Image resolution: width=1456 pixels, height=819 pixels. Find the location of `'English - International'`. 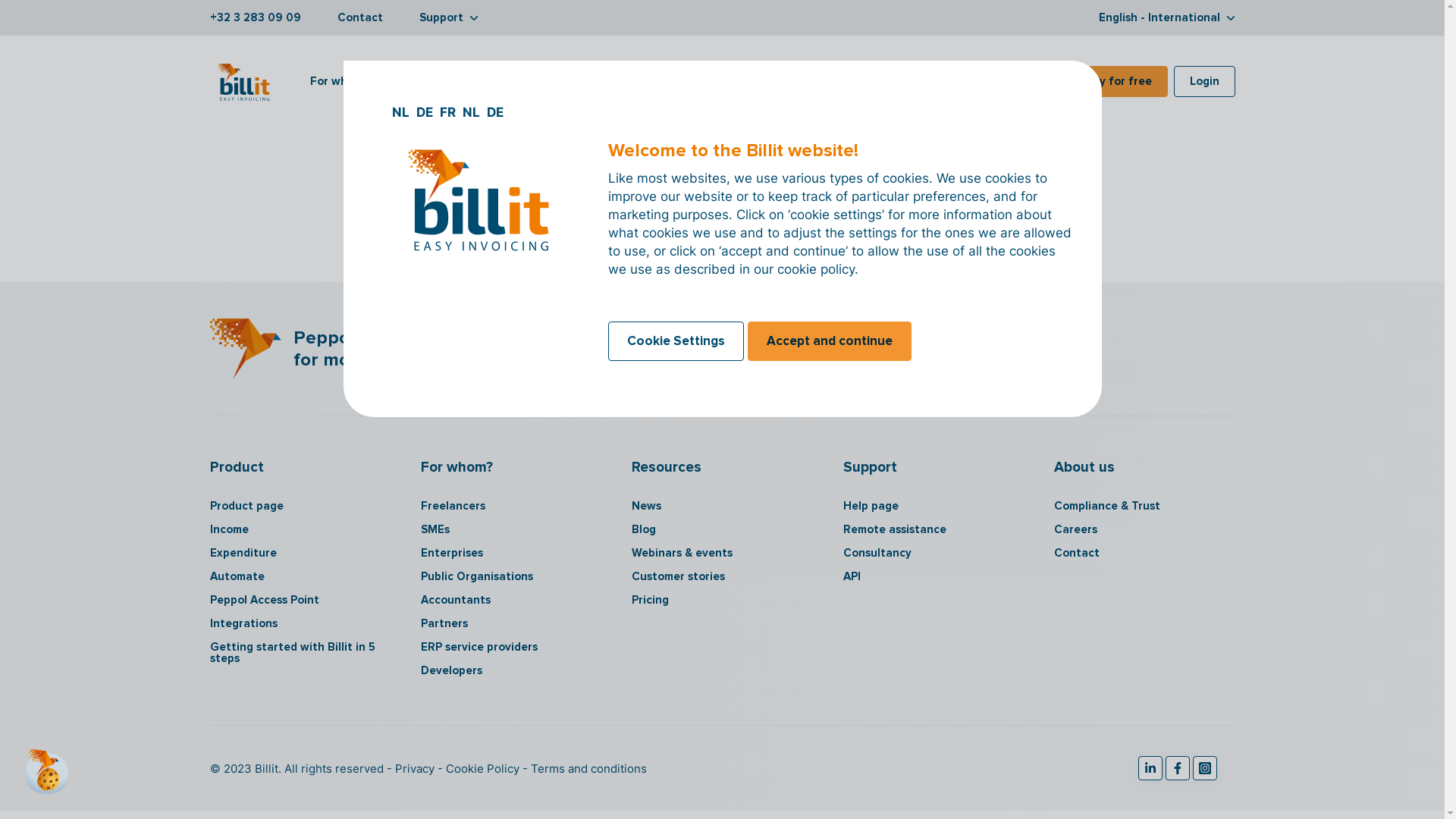

'English - International' is located at coordinates (1165, 17).